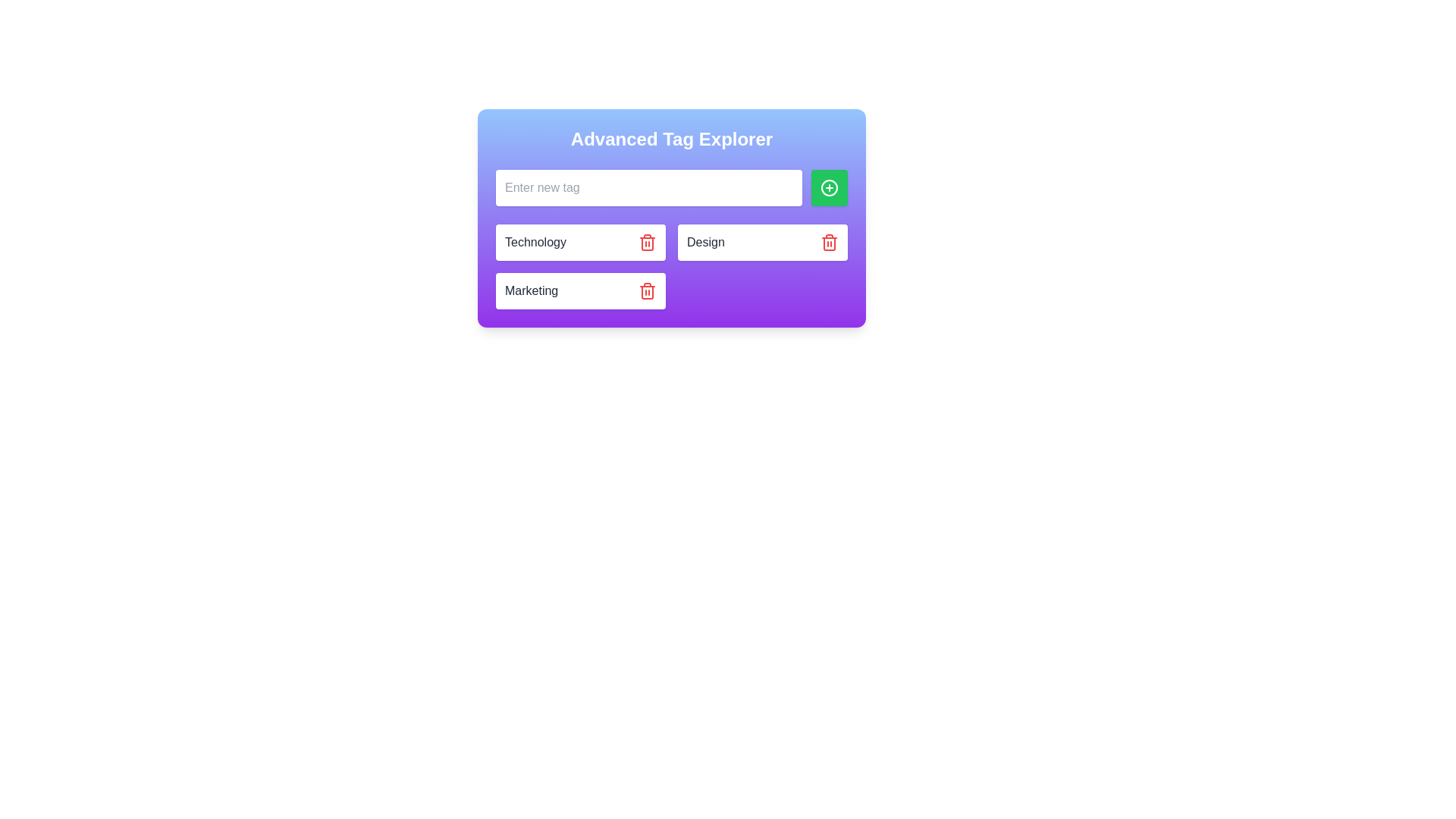 The height and width of the screenshot is (819, 1456). I want to click on text label displaying 'Marketing' in dark gray font, which is centrally aligned within a rectangular card in the third row of the 'Advanced Tag Explorer' panel, so click(532, 291).